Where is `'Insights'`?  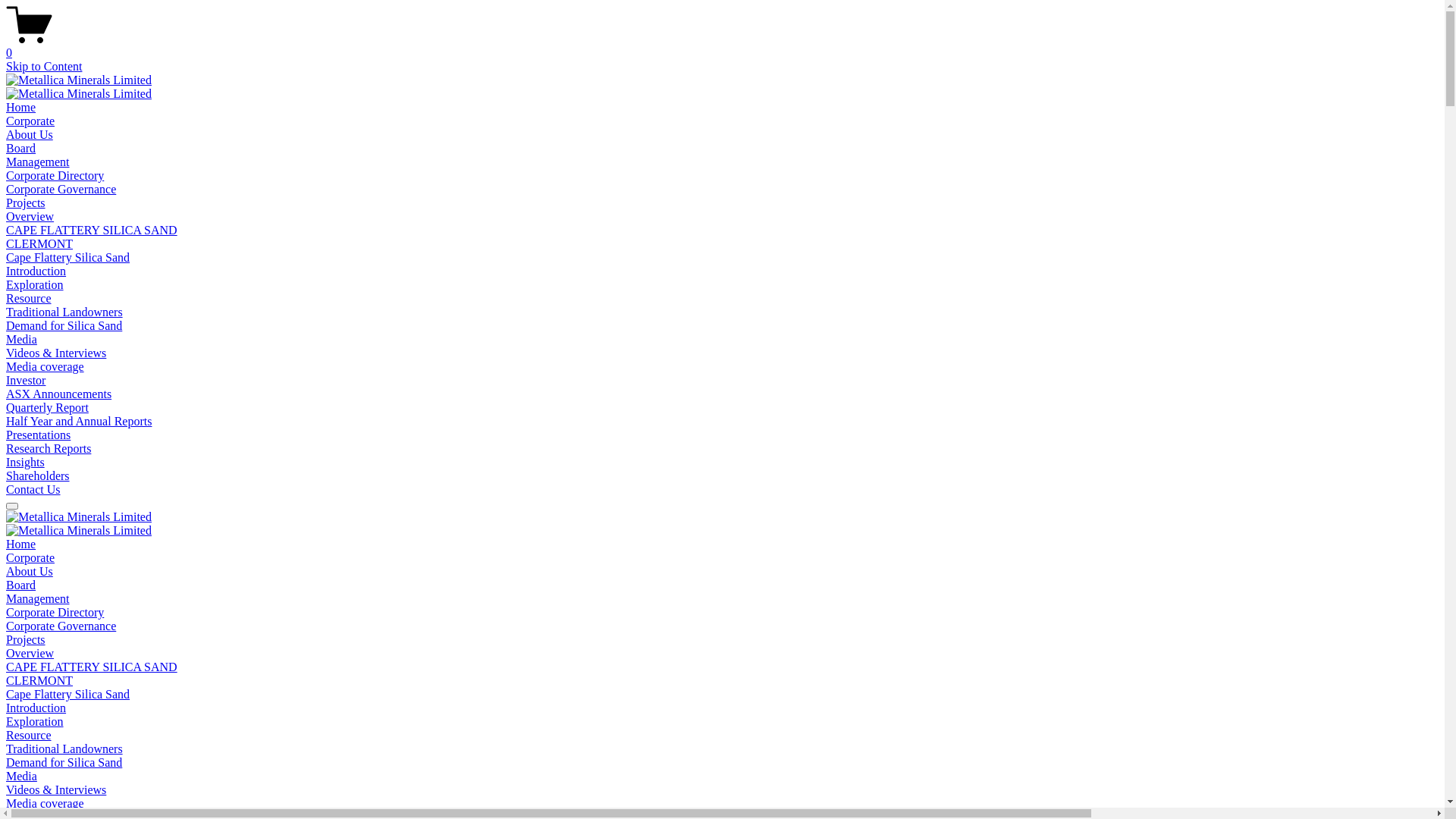
'Insights' is located at coordinates (25, 461).